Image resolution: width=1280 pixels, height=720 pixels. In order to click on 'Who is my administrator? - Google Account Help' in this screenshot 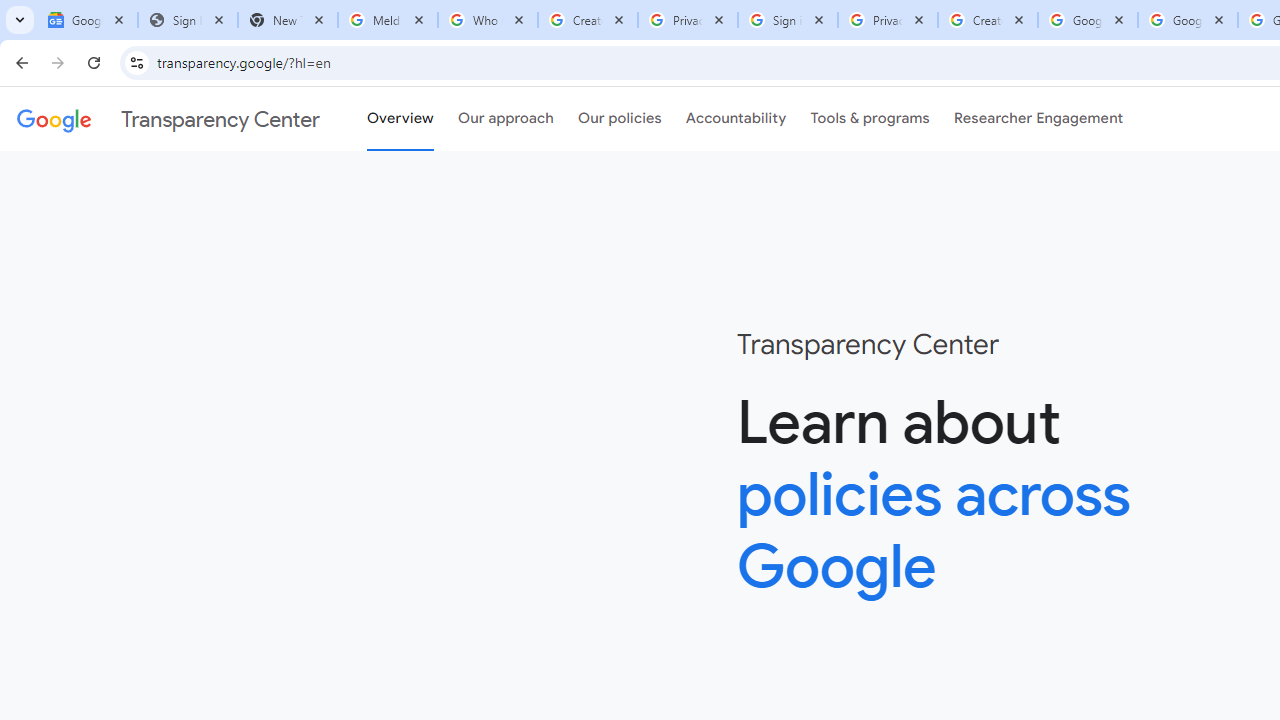, I will do `click(487, 20)`.